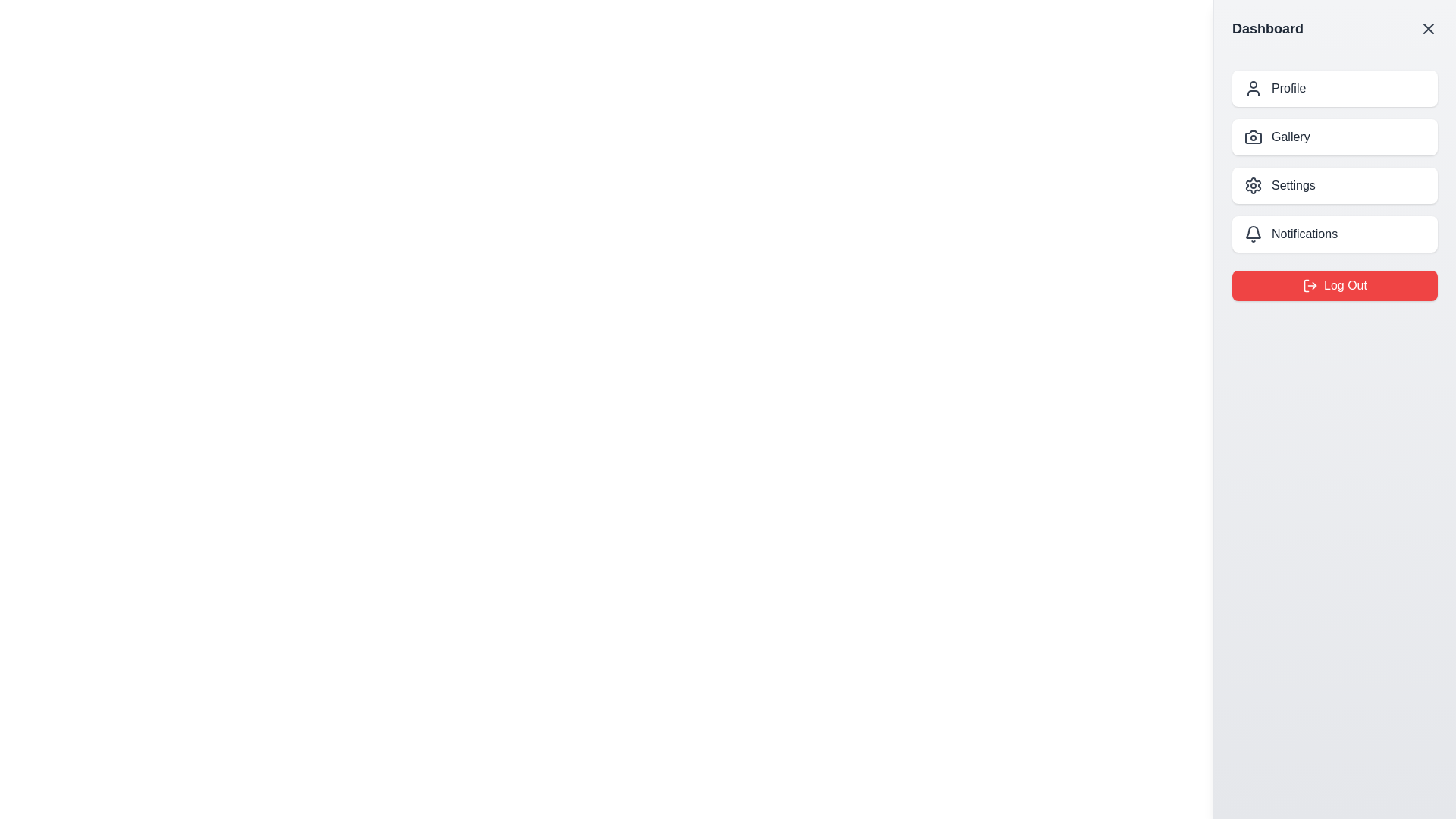  What do you see at coordinates (1292, 185) in the screenshot?
I see `the 'Settings' text label within the button` at bounding box center [1292, 185].